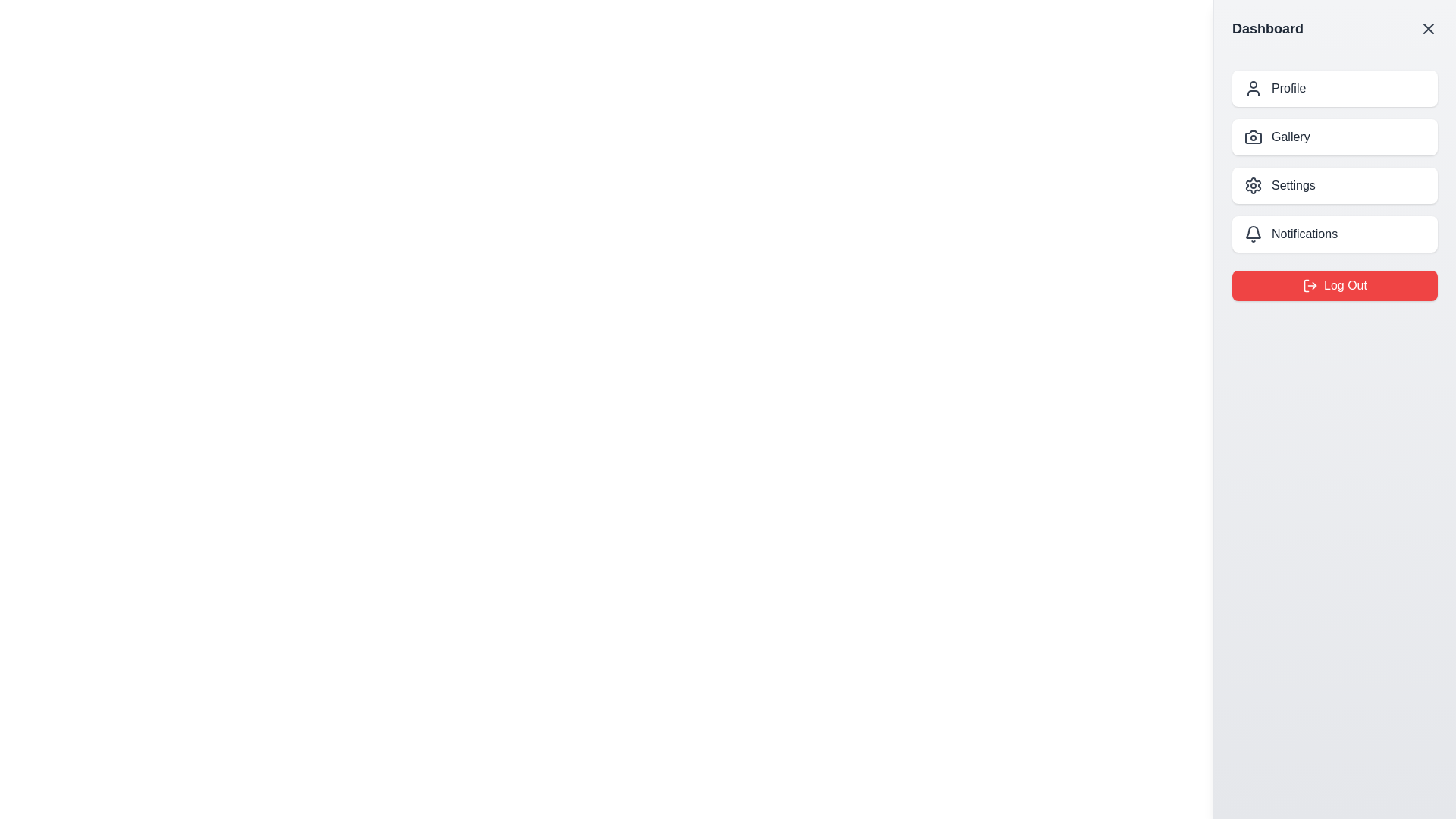  What do you see at coordinates (1292, 185) in the screenshot?
I see `the 'Settings' text label within the button` at bounding box center [1292, 185].